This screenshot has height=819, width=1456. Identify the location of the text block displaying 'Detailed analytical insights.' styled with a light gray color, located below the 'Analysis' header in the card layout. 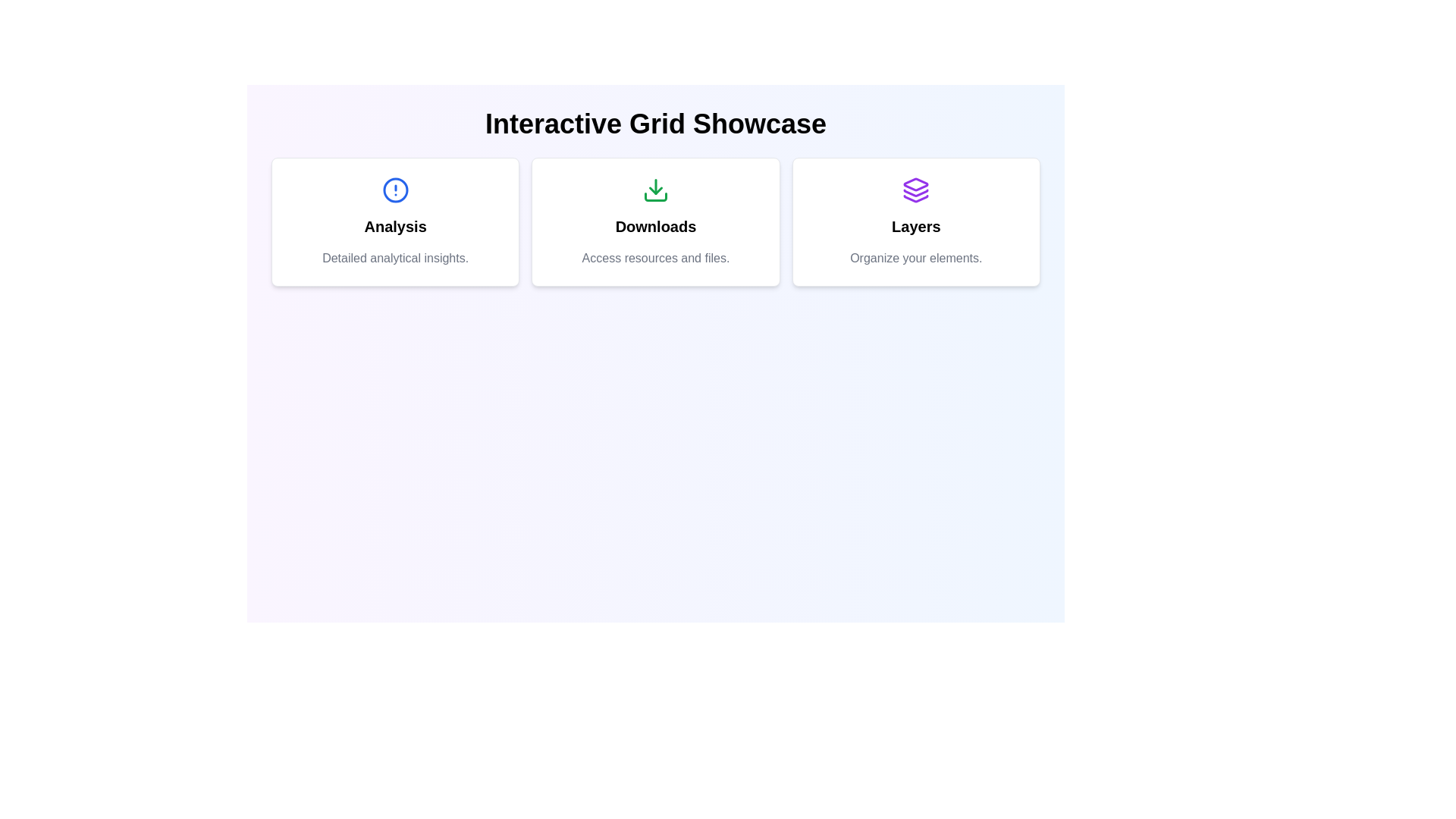
(395, 257).